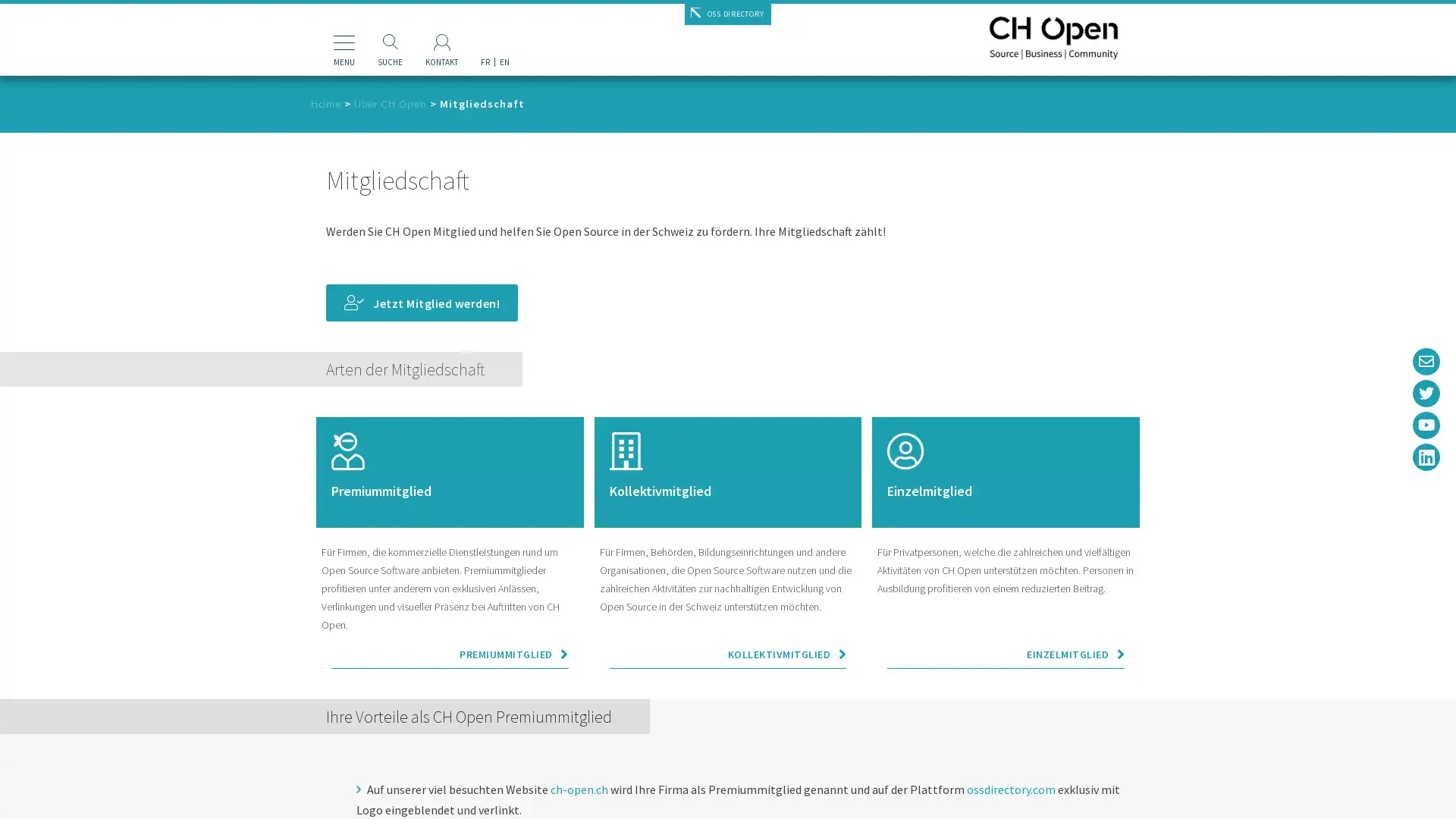 The image size is (1456, 819). I want to click on EINZELMITGLIED, so click(1006, 657).